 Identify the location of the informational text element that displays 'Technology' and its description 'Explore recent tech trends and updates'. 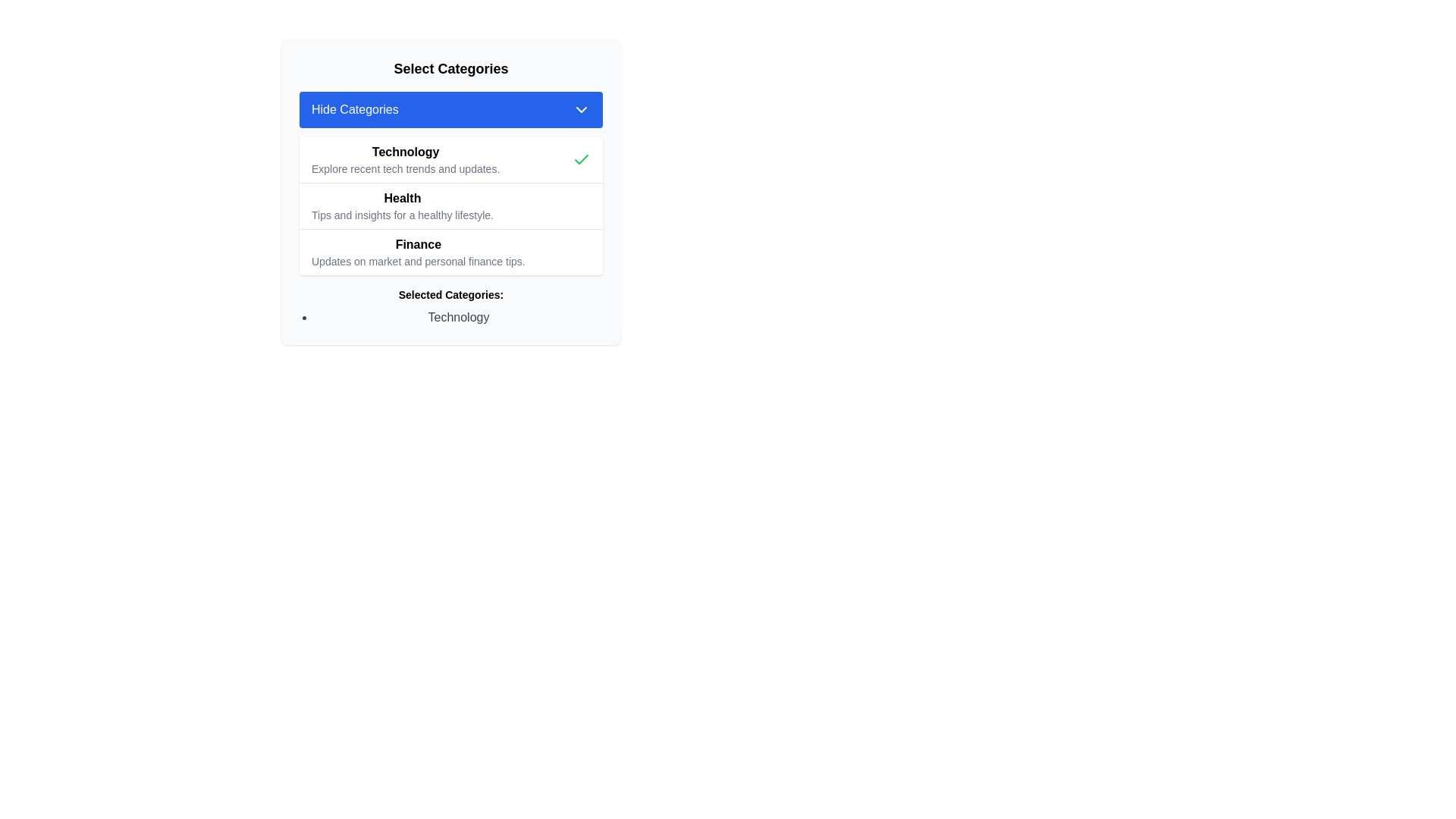
(405, 160).